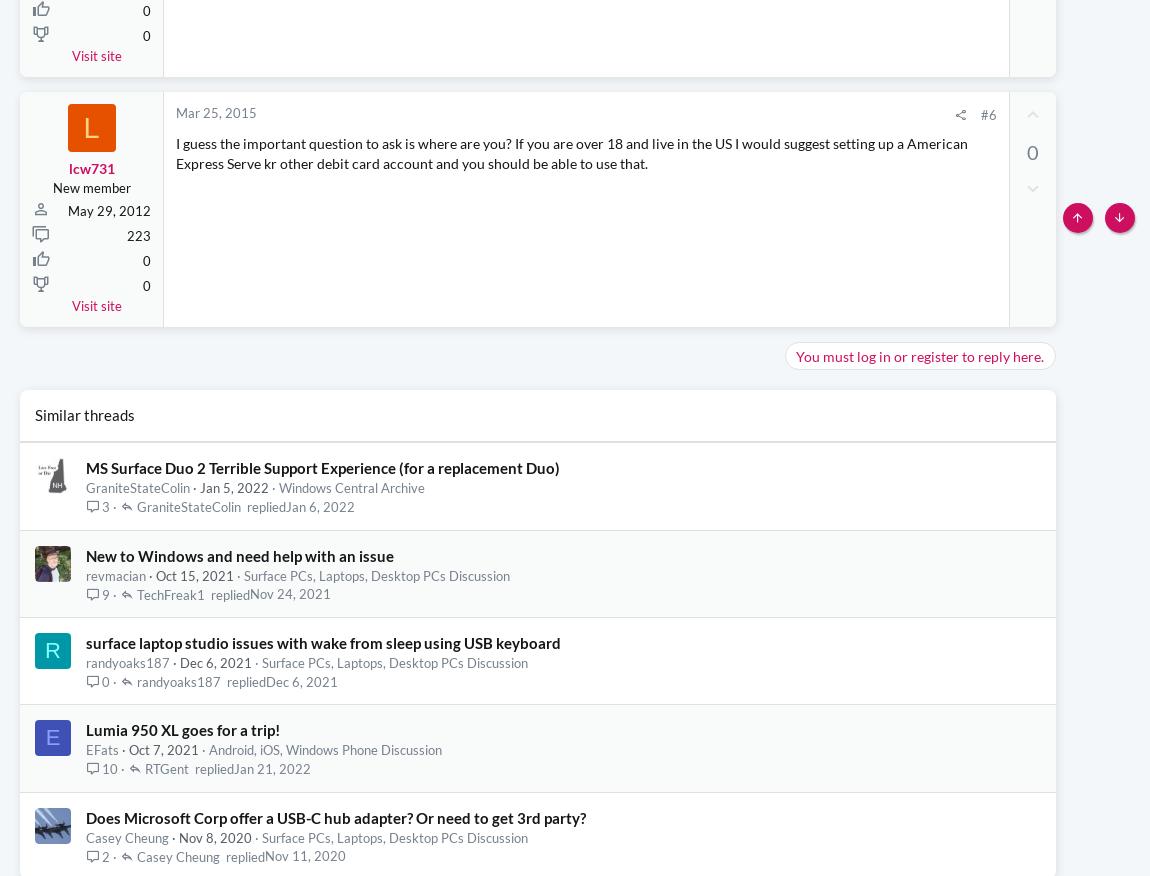  I want to click on '3', so click(105, 546).